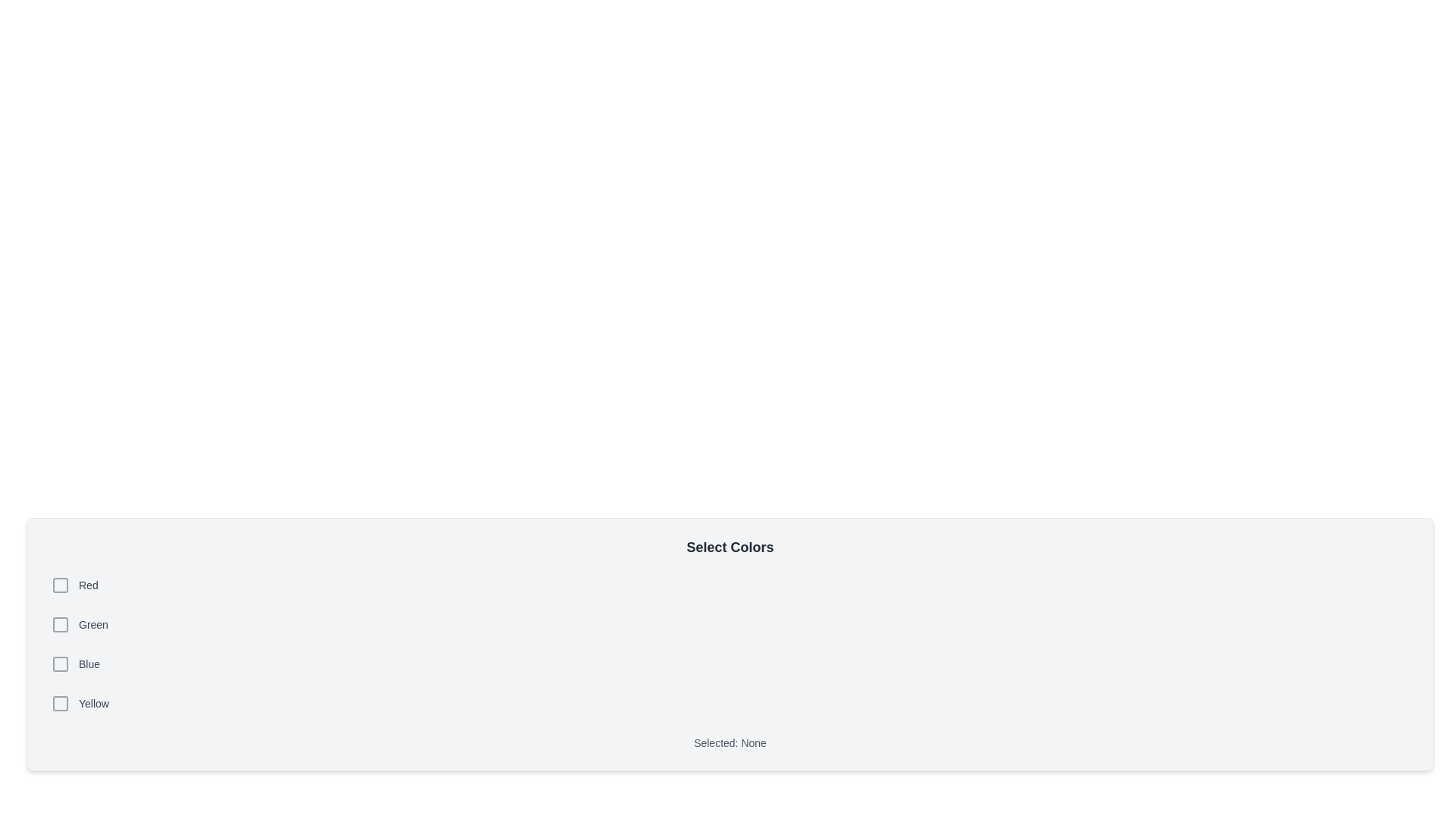  What do you see at coordinates (61, 663) in the screenshot?
I see `the graphical checkbox icon, which is a small square icon with a thin border and a central filling, located before the text 'Blue'` at bounding box center [61, 663].